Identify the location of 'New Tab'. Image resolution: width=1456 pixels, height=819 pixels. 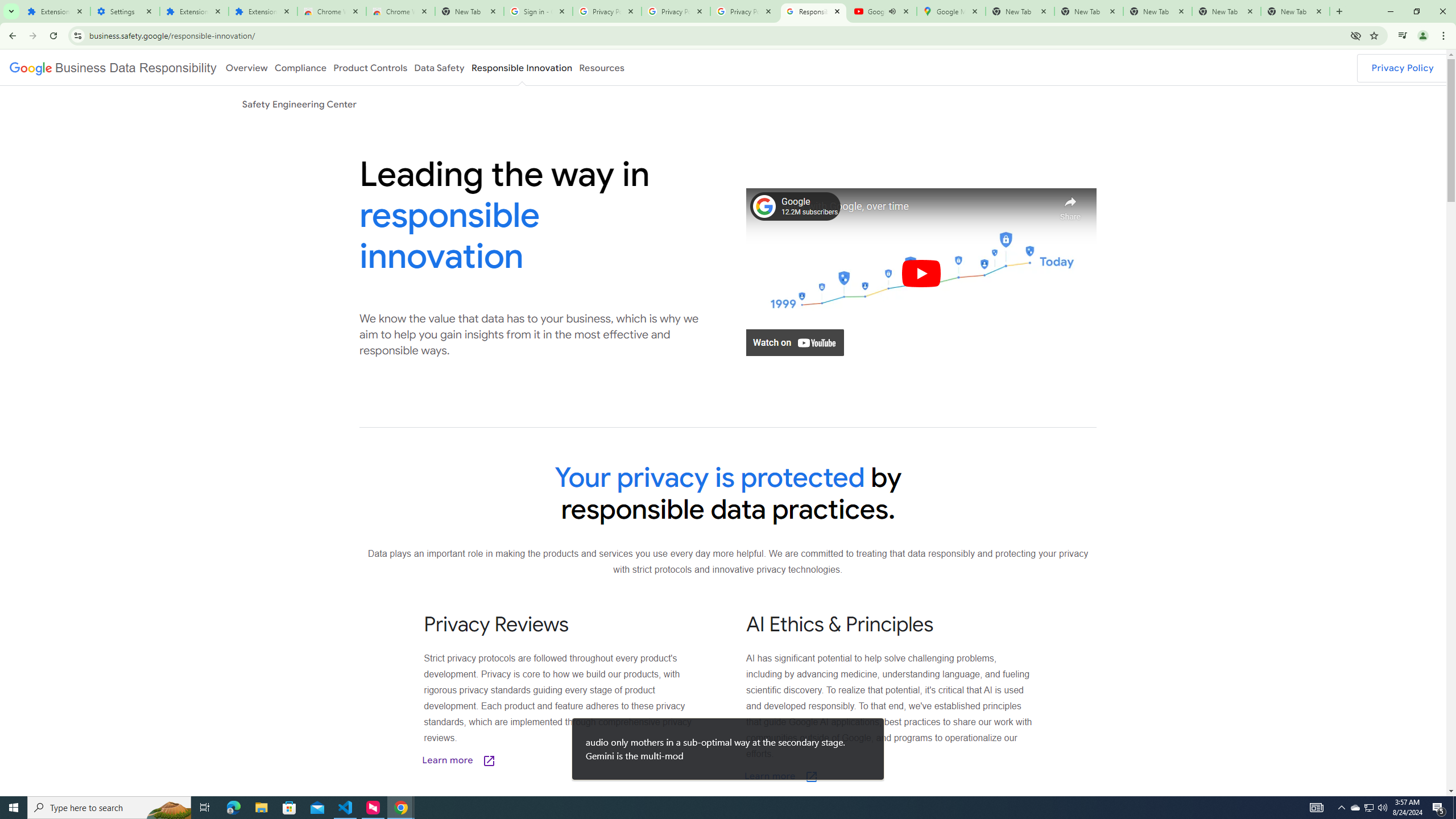
(1294, 11).